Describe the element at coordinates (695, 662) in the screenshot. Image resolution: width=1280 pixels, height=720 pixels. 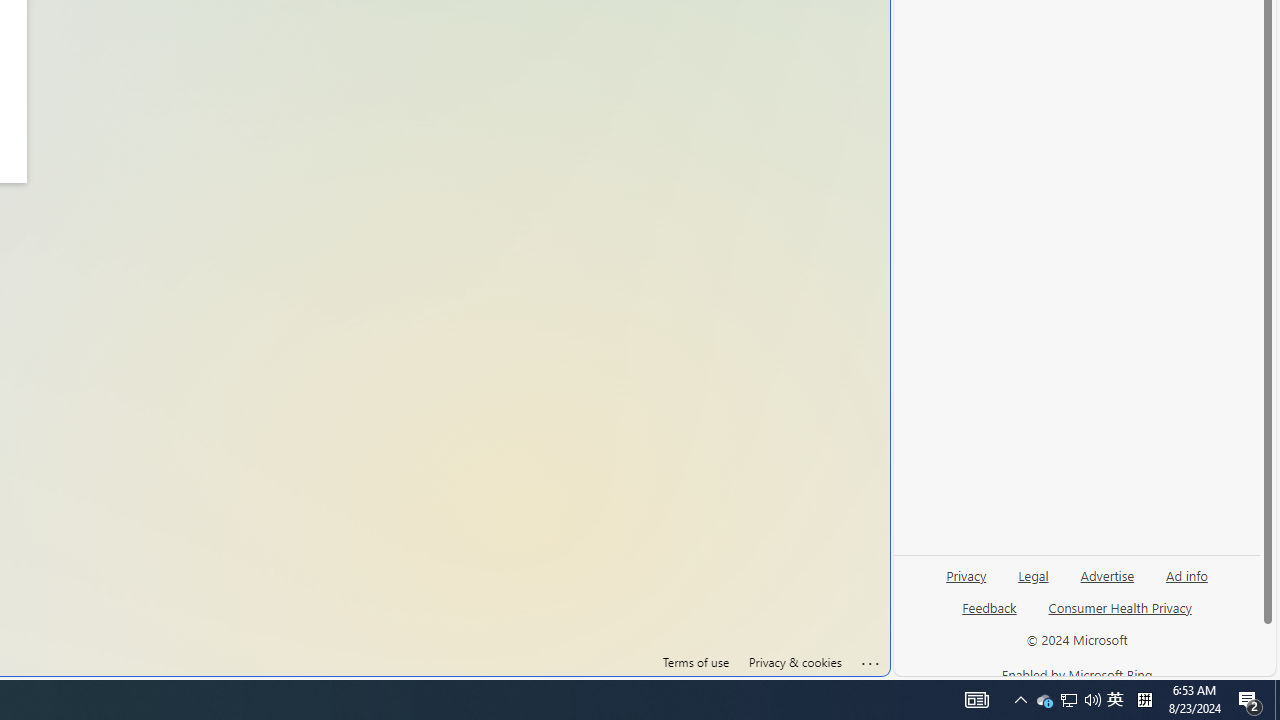
I see `'Terms of use'` at that location.